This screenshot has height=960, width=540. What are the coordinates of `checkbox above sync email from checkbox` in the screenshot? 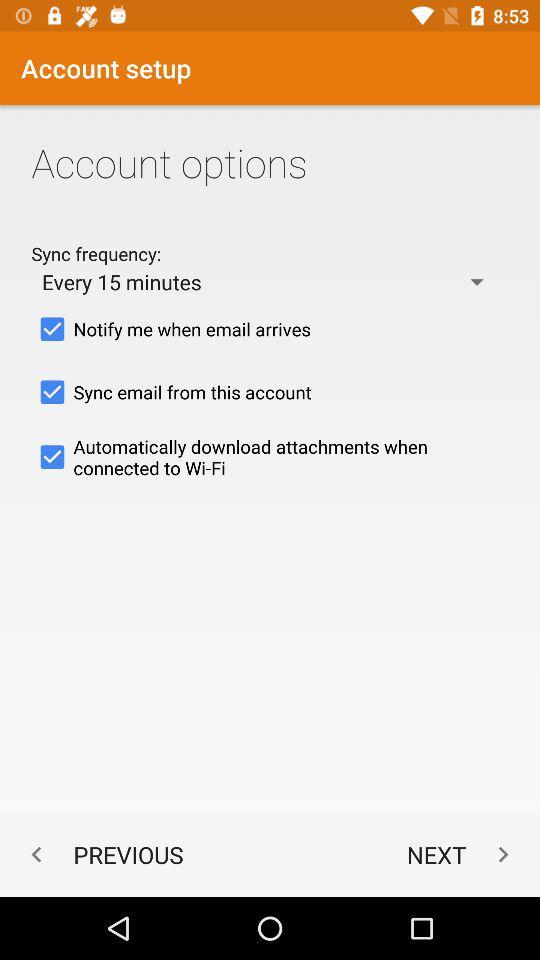 It's located at (270, 329).